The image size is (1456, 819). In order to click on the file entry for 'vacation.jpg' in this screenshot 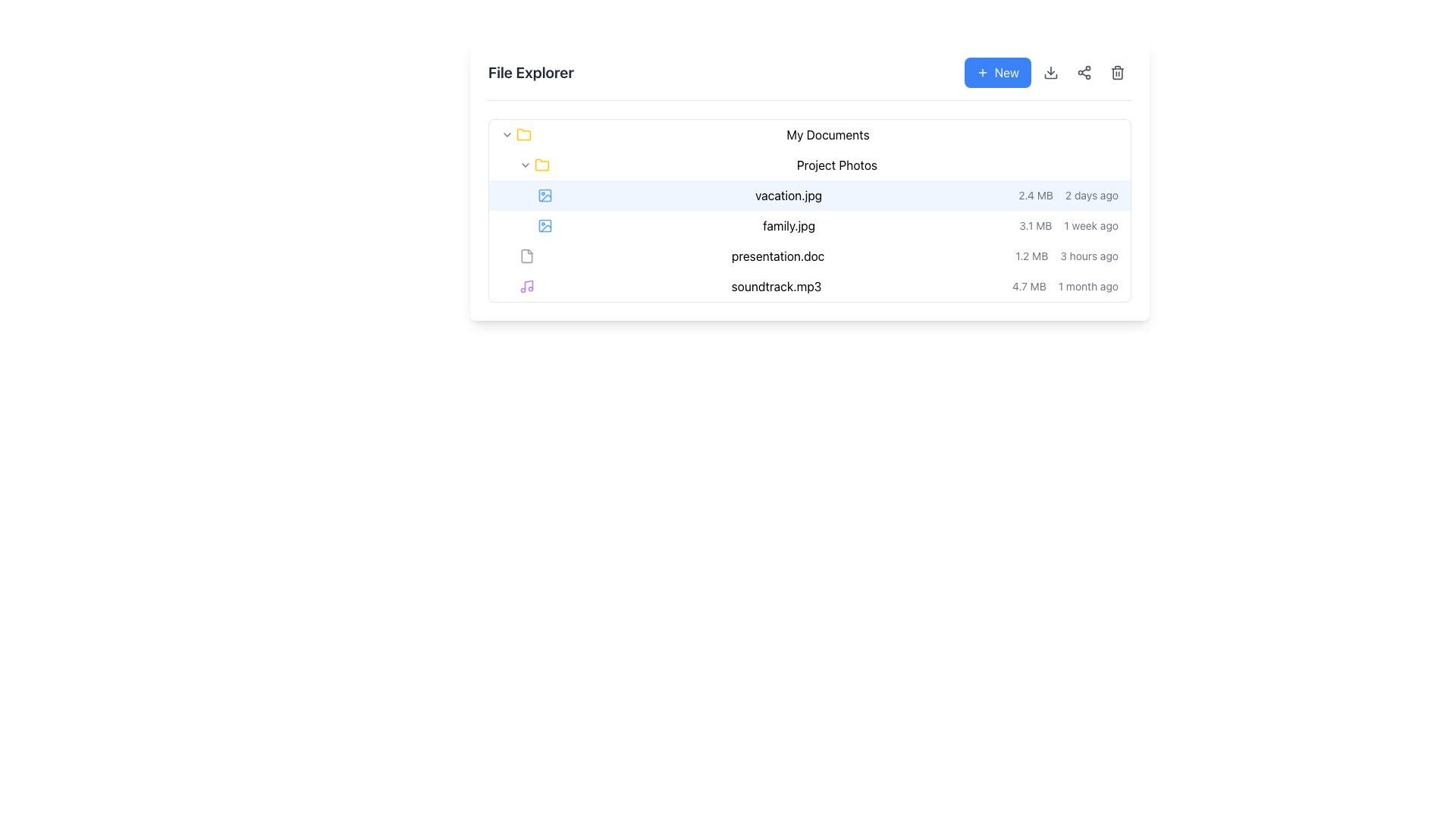, I will do `click(809, 195)`.